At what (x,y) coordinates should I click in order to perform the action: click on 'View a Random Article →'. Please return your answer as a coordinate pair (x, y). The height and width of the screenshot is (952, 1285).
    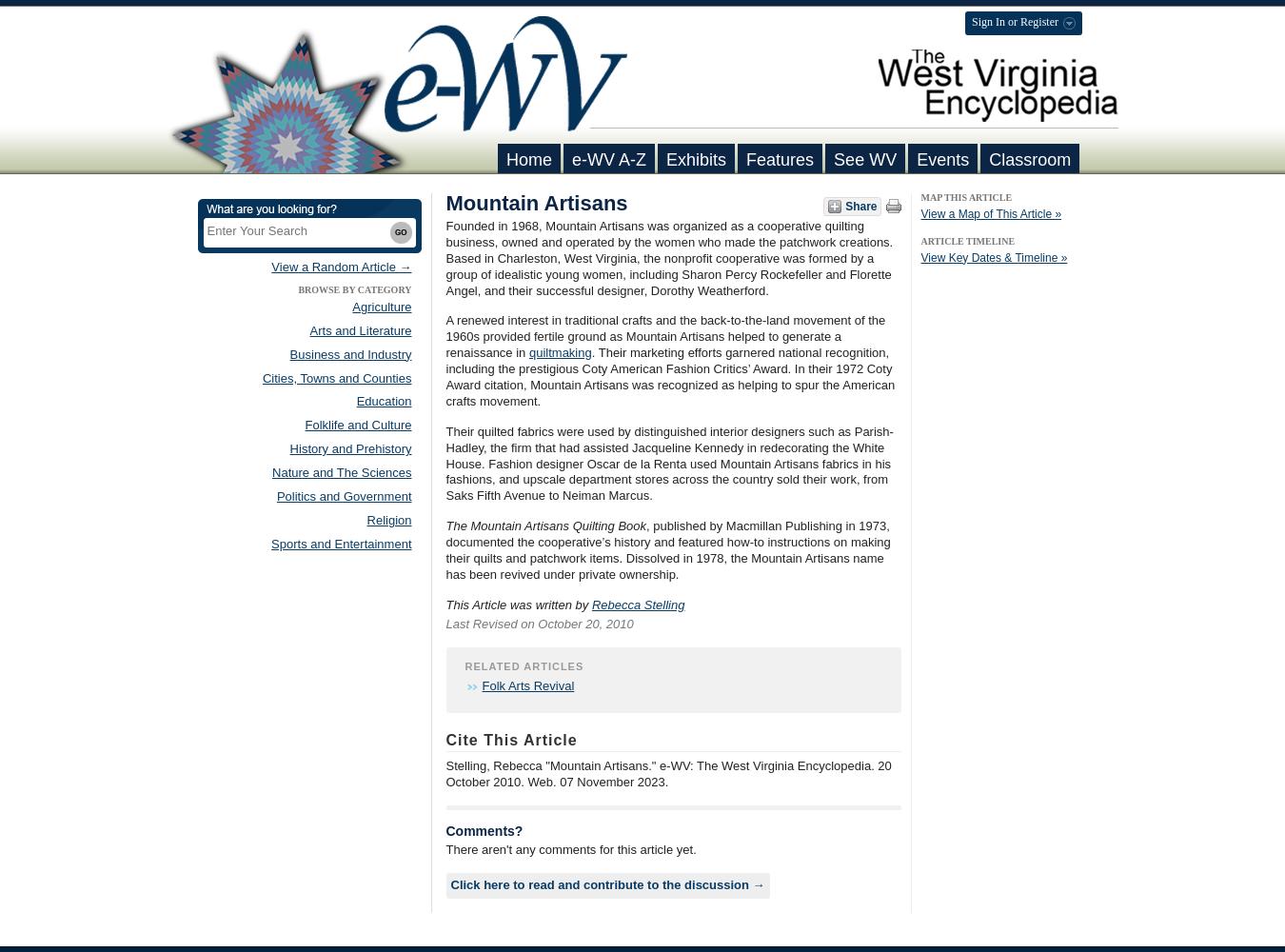
    Looking at the image, I should click on (341, 267).